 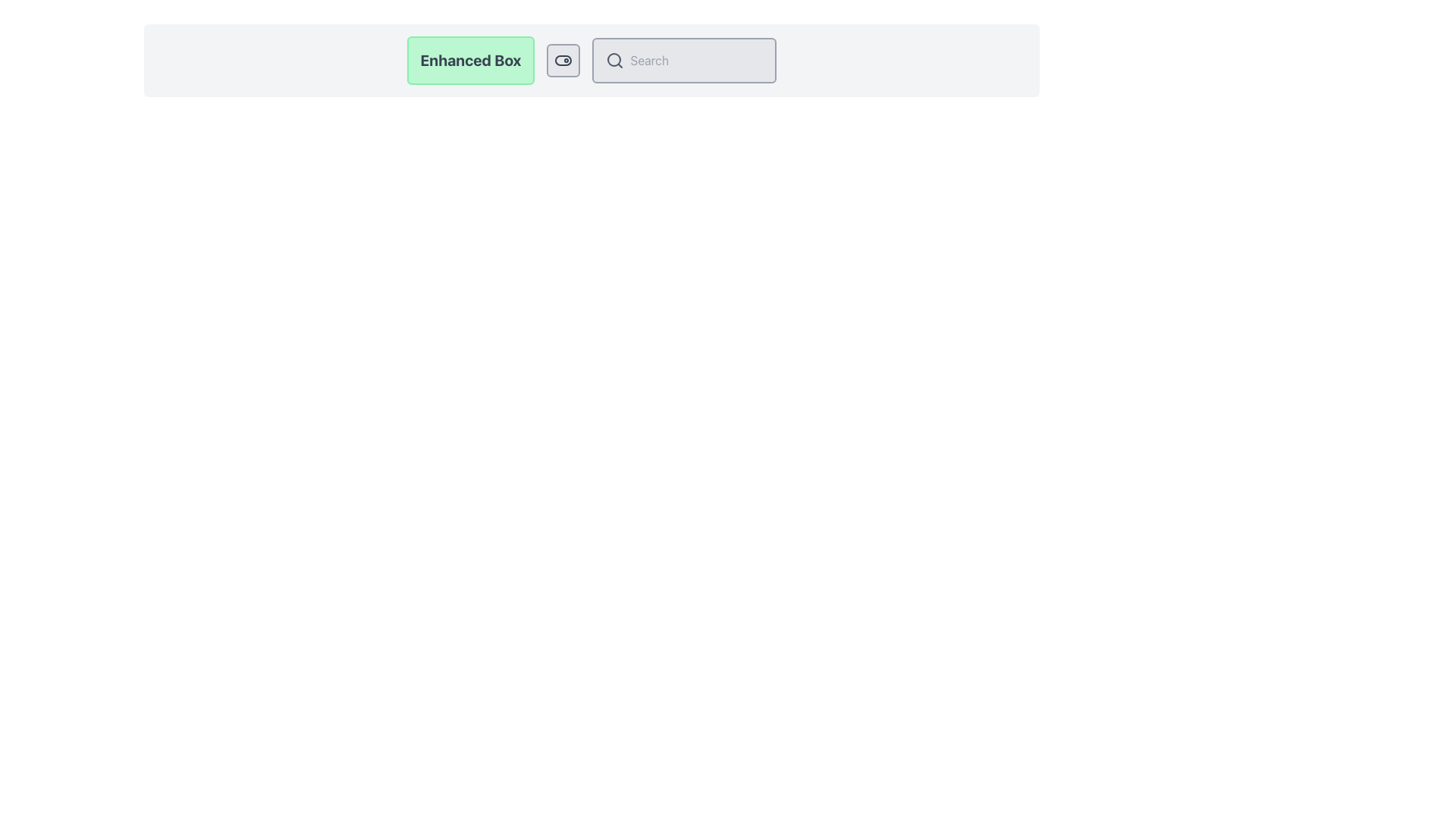 What do you see at coordinates (563, 60) in the screenshot?
I see `the background rectangle of the toggle located towards the top-right corner of the application interface, adjacent to the green 'Enhanced Box' button and the search bar` at bounding box center [563, 60].